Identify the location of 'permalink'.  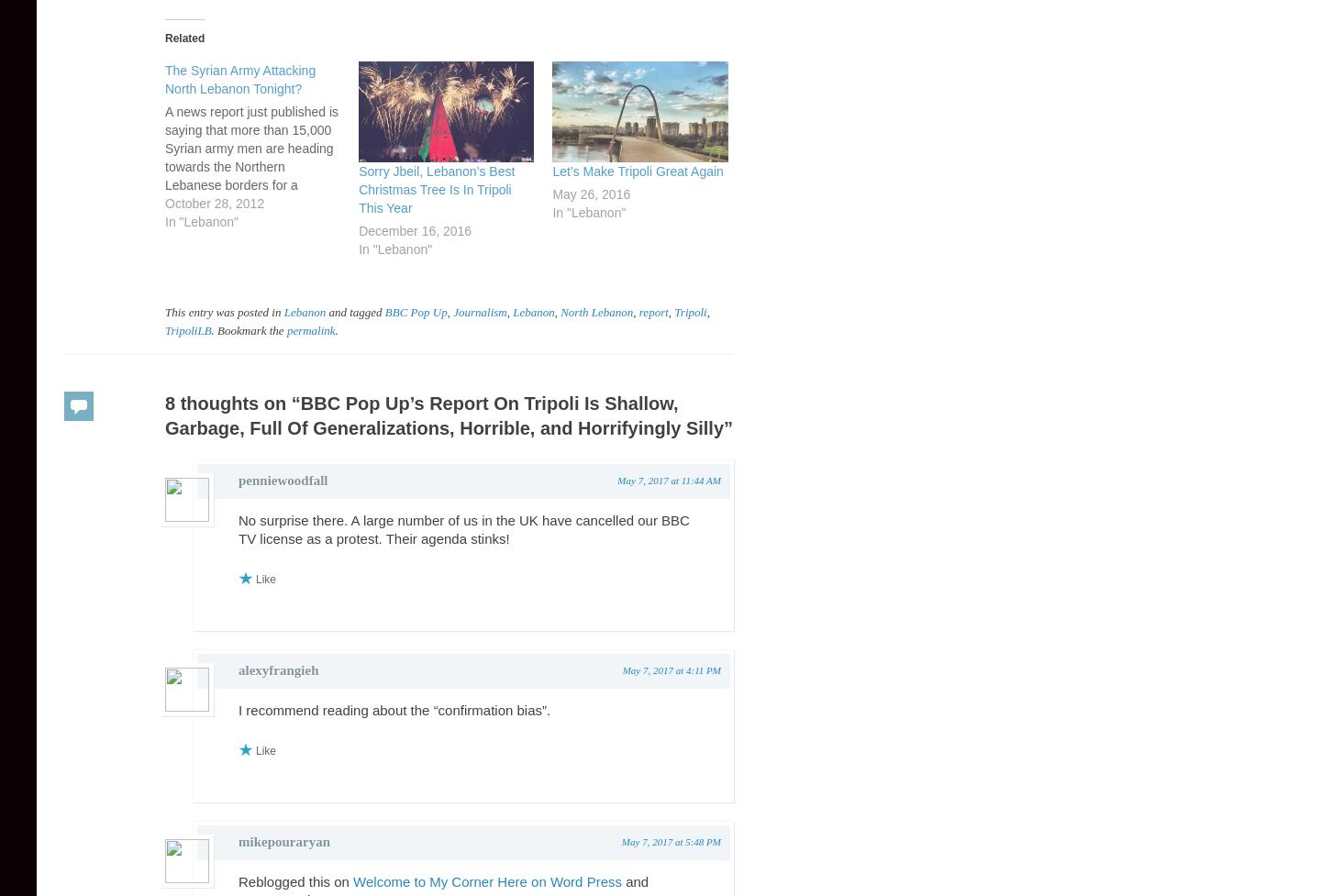
(310, 329).